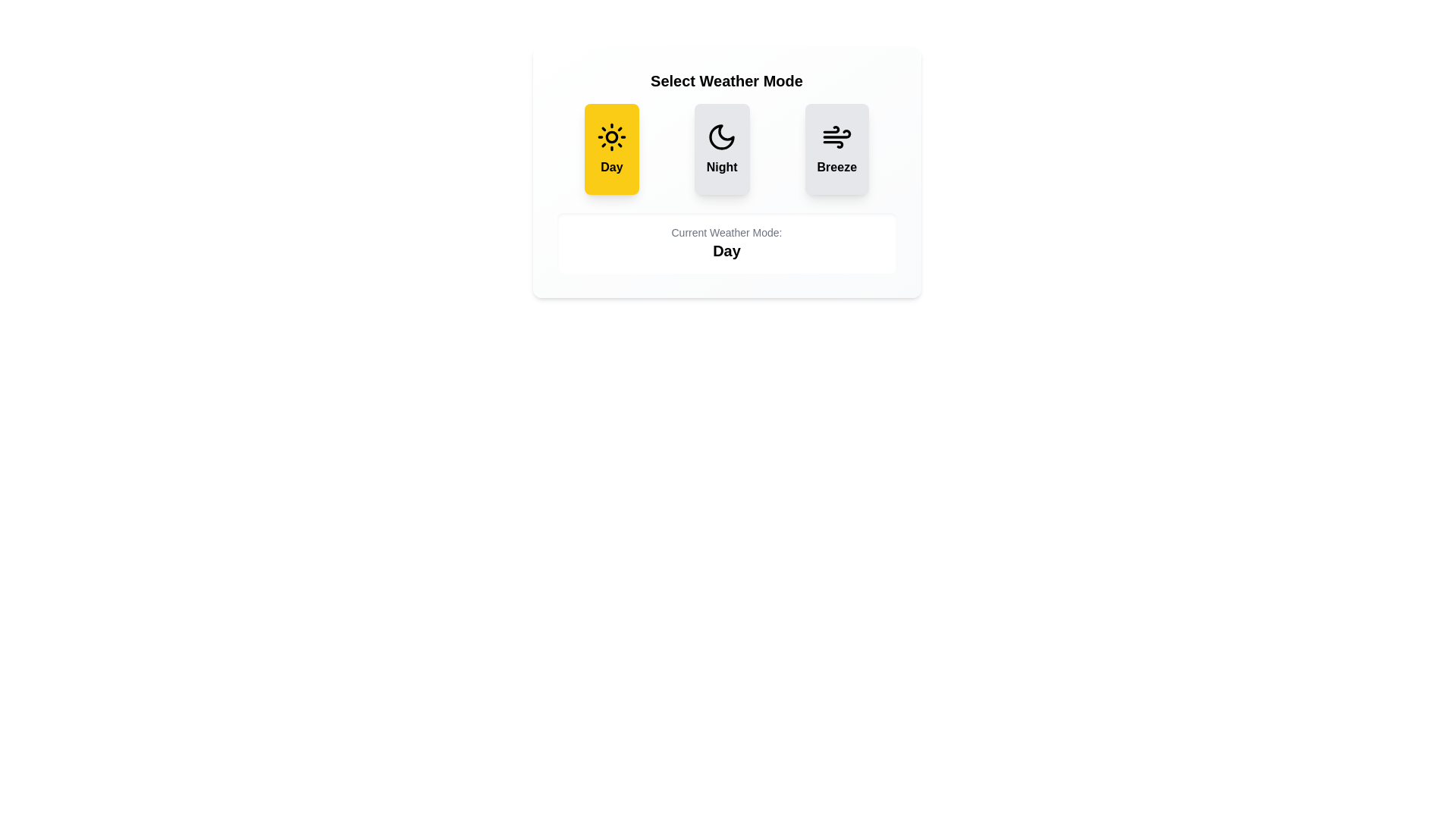 The height and width of the screenshot is (819, 1456). Describe the element at coordinates (721, 149) in the screenshot. I see `the weather mode Night by clicking on the corresponding button` at that location.